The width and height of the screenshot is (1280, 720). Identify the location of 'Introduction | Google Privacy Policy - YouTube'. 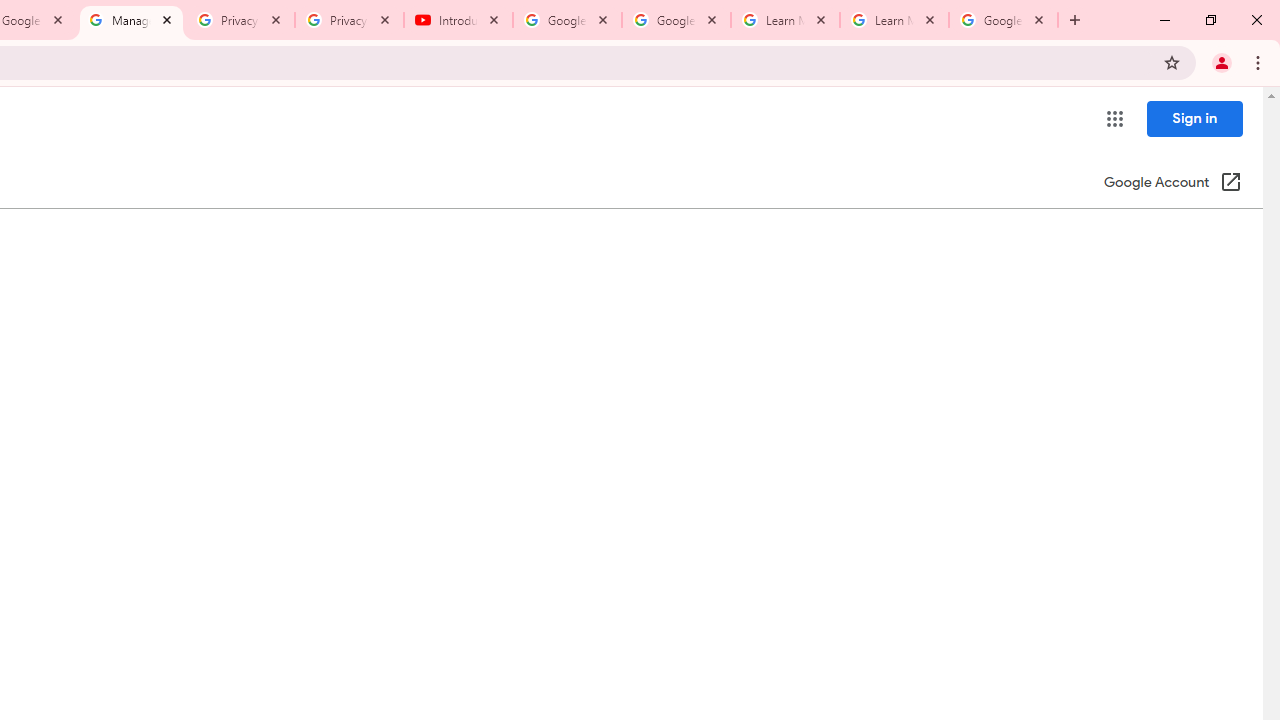
(457, 20).